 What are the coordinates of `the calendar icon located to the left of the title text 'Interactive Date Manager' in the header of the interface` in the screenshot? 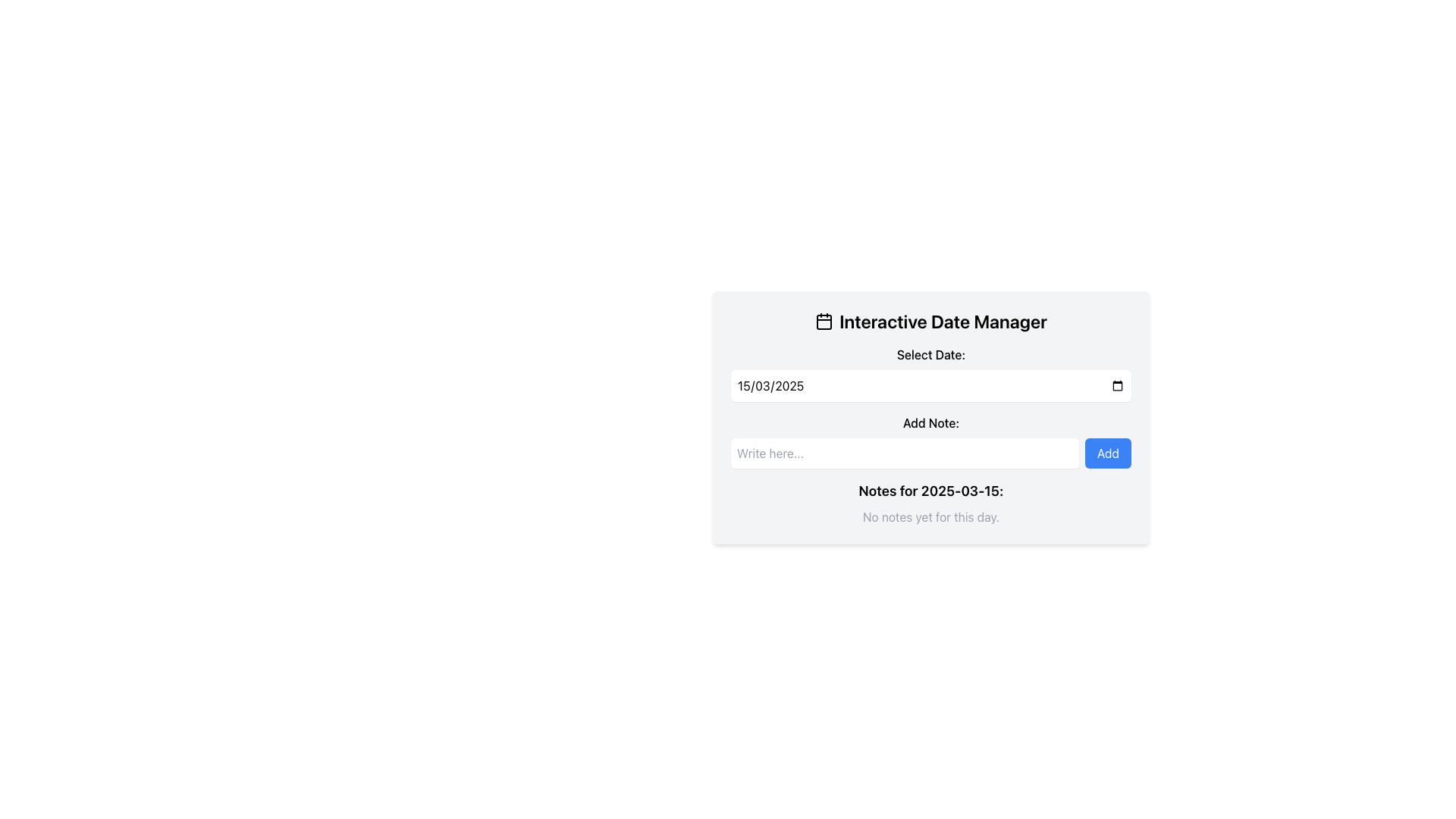 It's located at (824, 321).